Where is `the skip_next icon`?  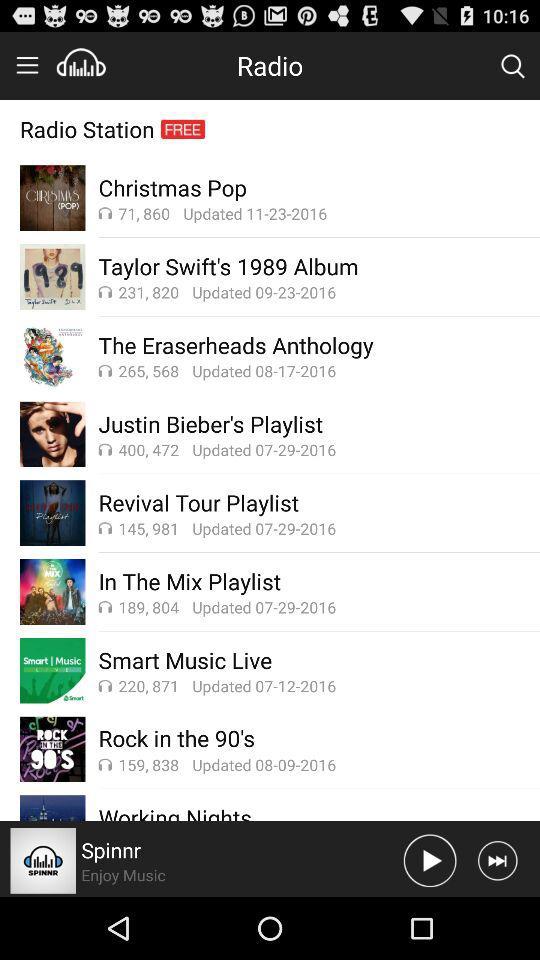
the skip_next icon is located at coordinates (496, 921).